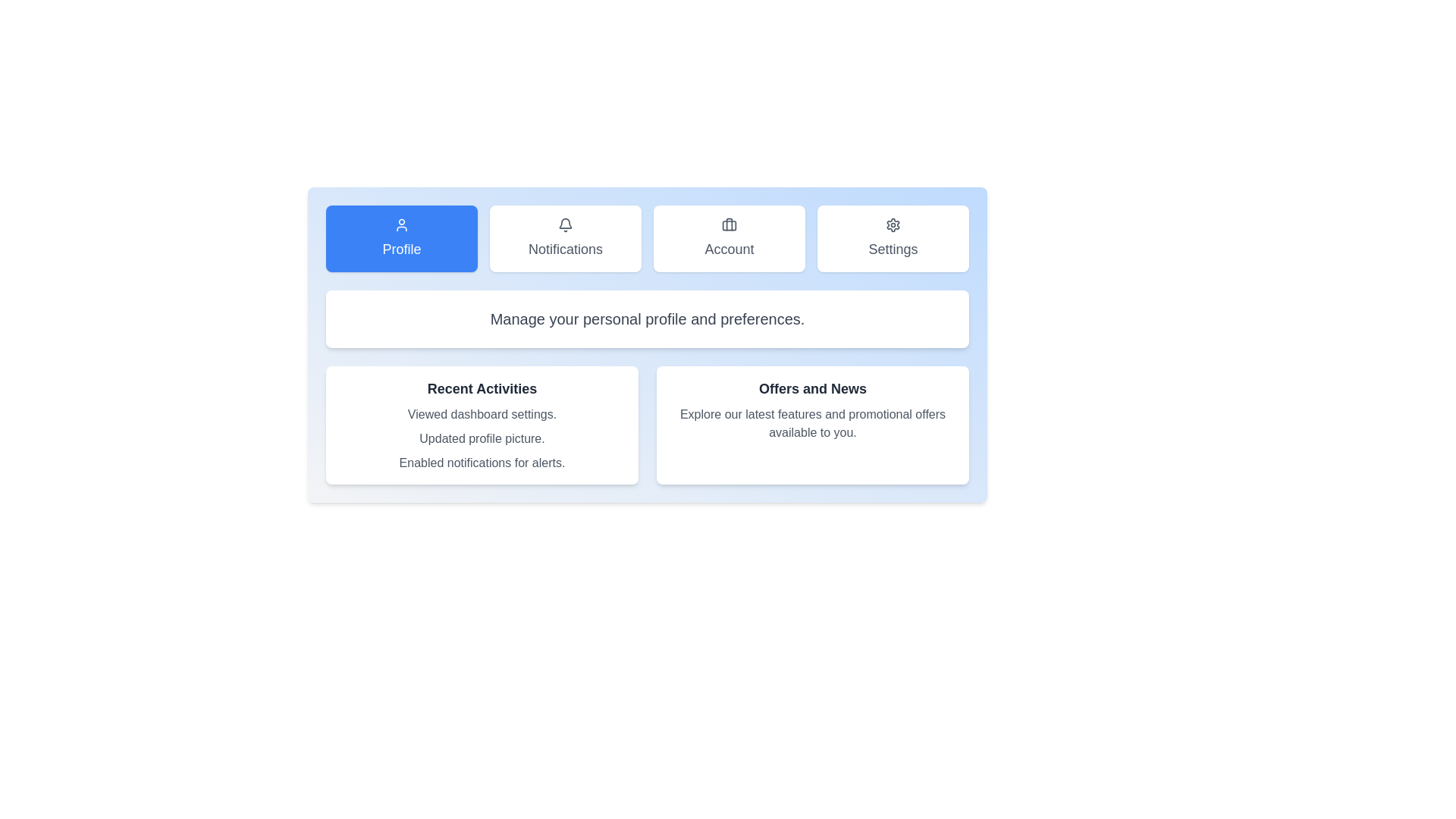  I want to click on the rectangular blue button with rounded corners labeled 'Profile', located at the top left of the button group, so click(401, 239).